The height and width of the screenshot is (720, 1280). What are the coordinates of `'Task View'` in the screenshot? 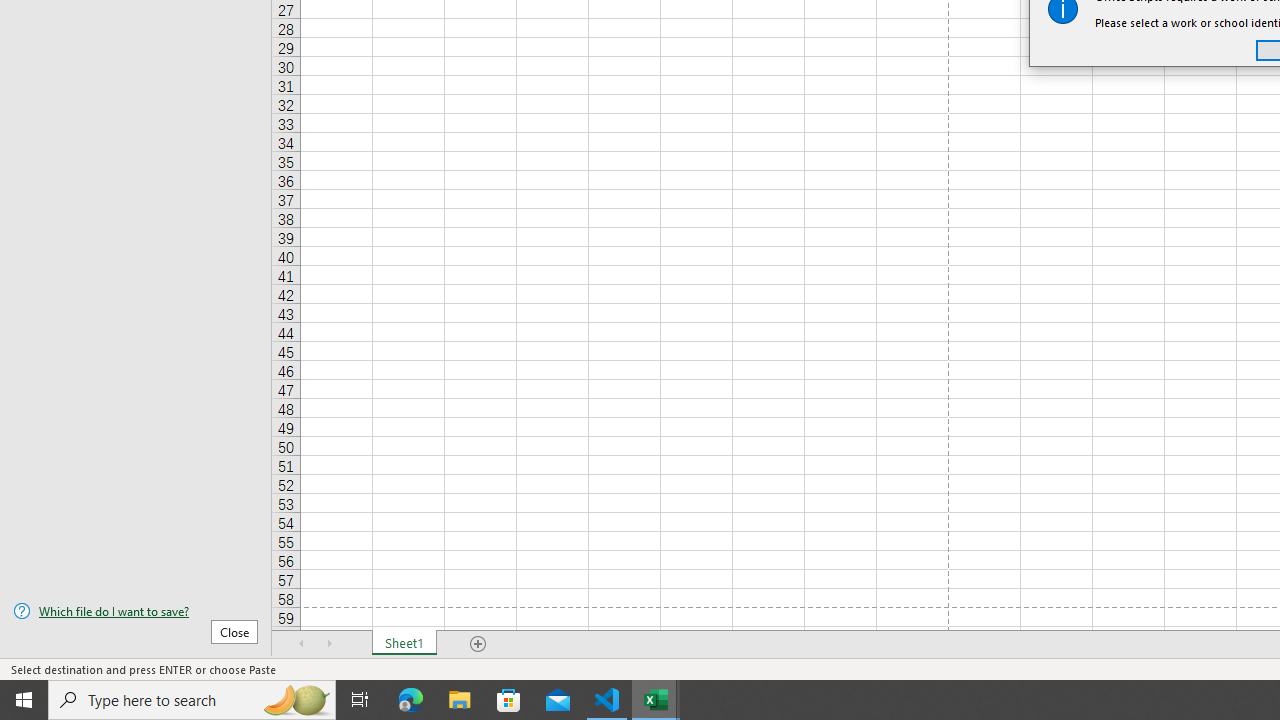 It's located at (359, 698).